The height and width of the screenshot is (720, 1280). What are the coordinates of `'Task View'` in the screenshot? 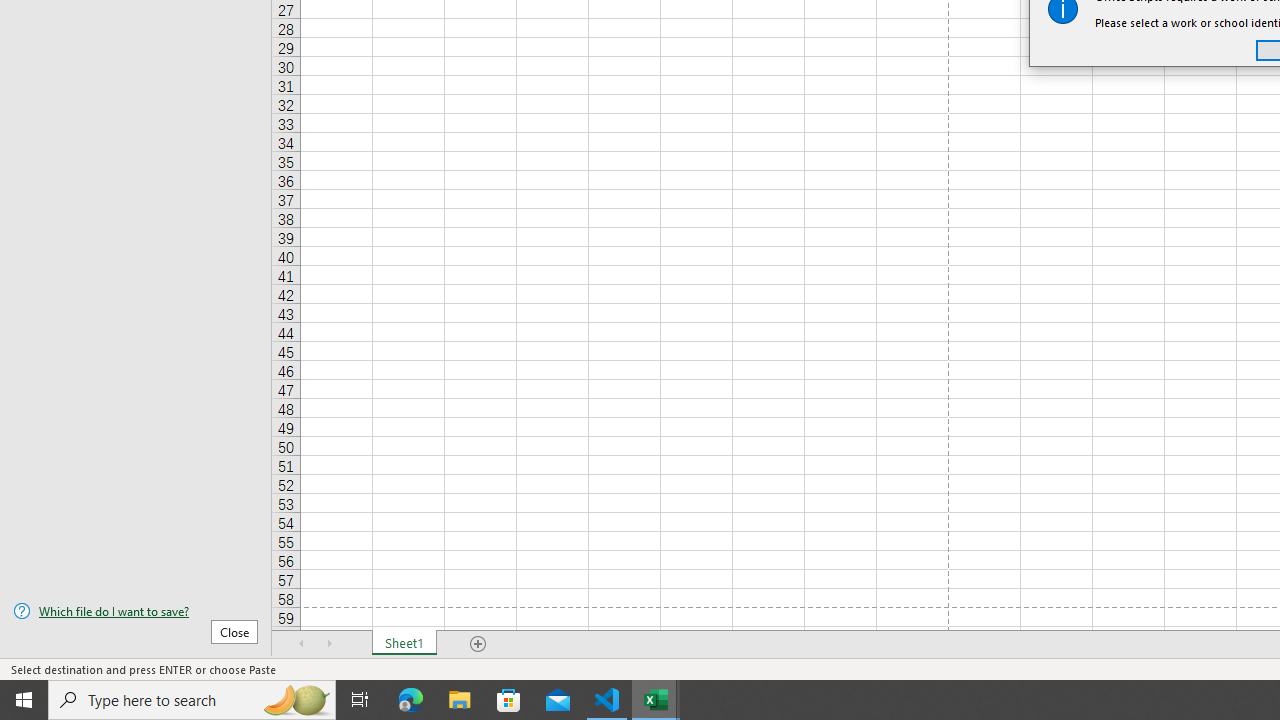 It's located at (359, 698).